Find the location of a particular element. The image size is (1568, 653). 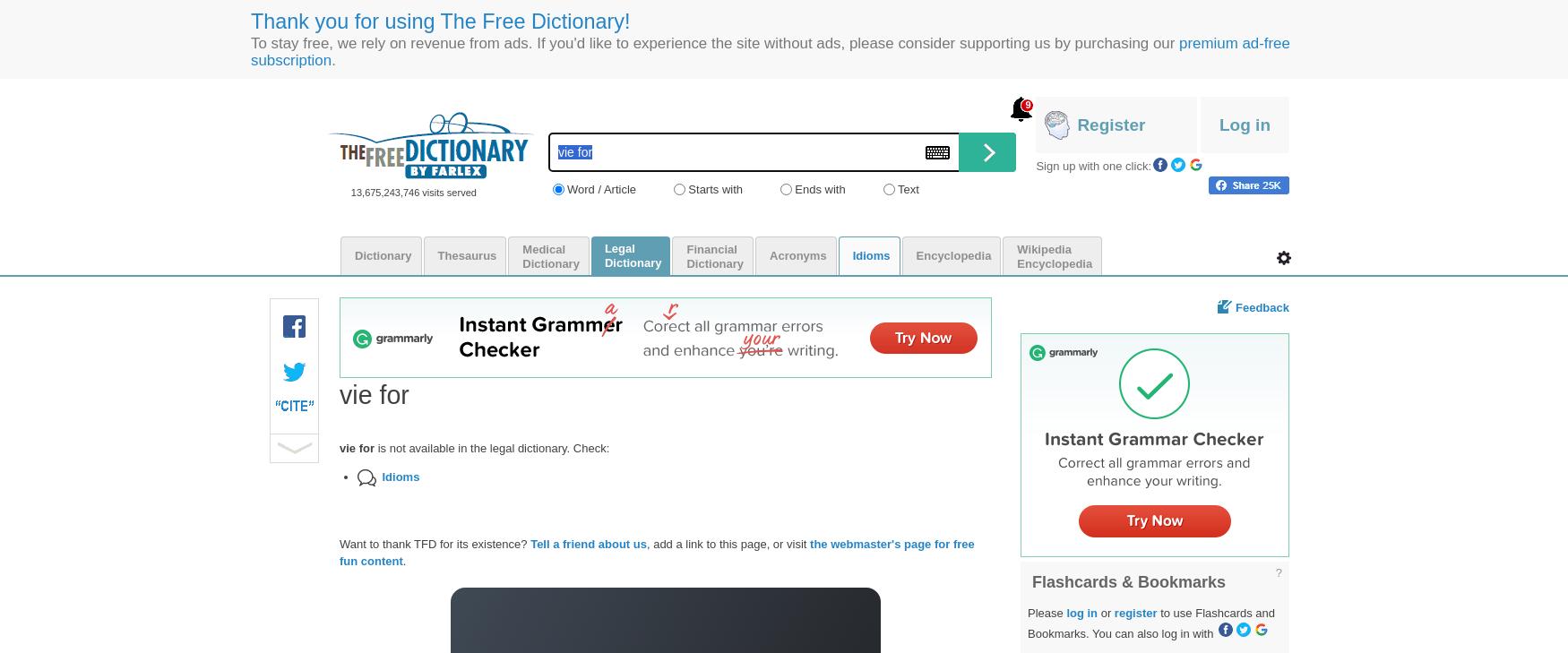

'the webmaster's page for free fun content' is located at coordinates (339, 552).